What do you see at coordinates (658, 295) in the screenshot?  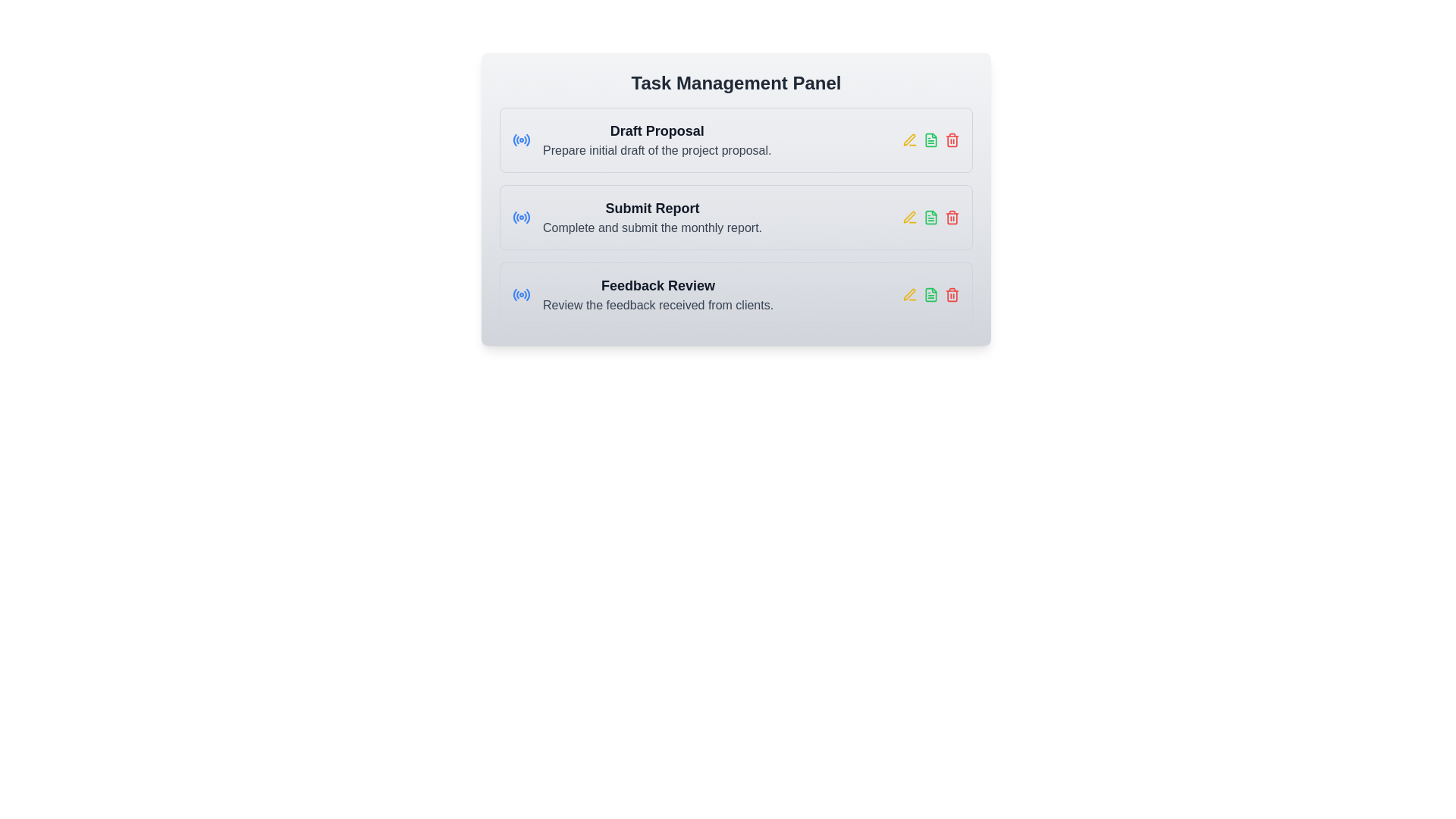 I see `the 'Feedback Review' text label located in the 'Task Management Panel' section, which is the last item in the list of tasks` at bounding box center [658, 295].